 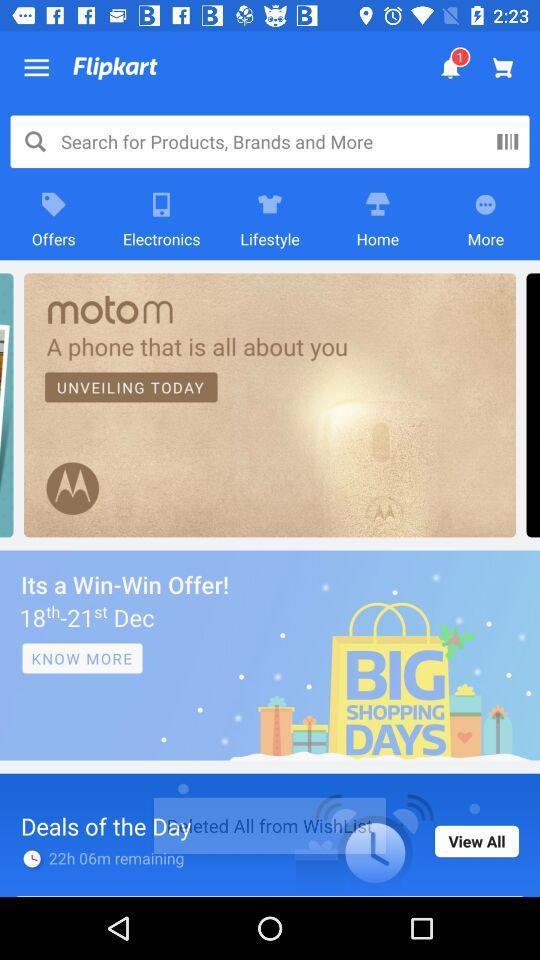 What do you see at coordinates (451, 68) in the screenshot?
I see `the bell icon at the top of the page` at bounding box center [451, 68].